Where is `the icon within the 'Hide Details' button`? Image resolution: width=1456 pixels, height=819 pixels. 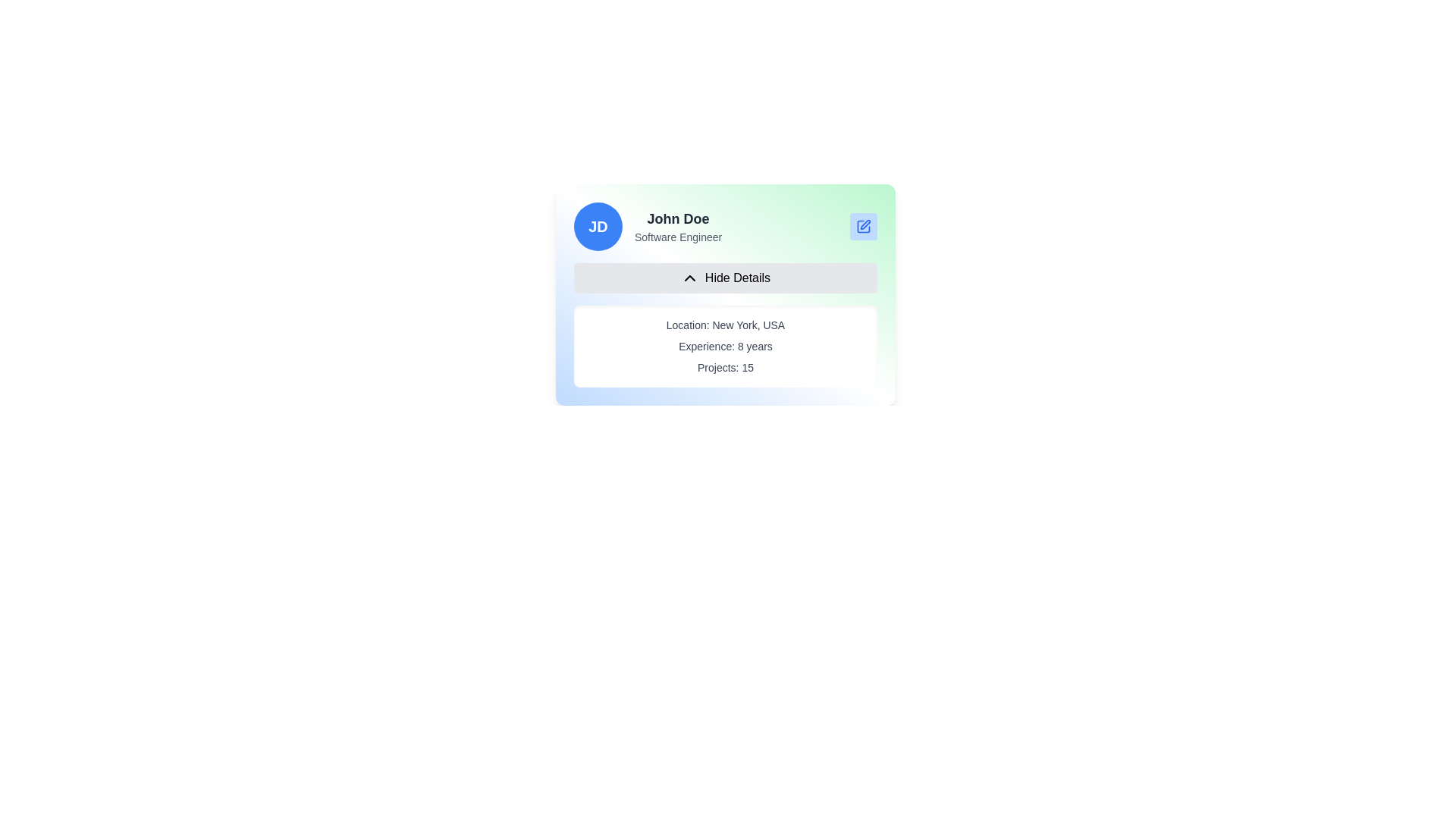 the icon within the 'Hide Details' button is located at coordinates (689, 278).